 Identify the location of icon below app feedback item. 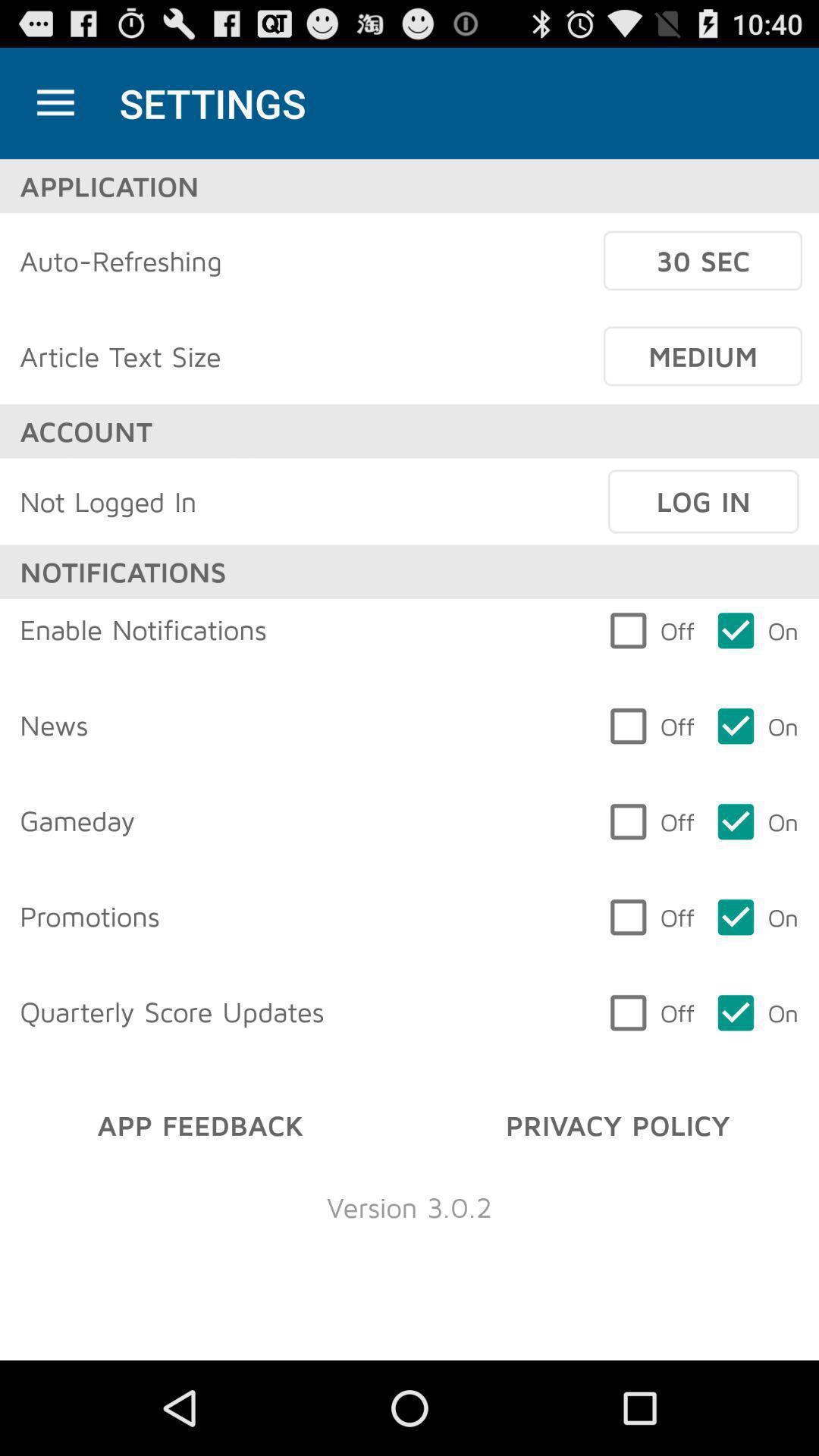
(409, 1206).